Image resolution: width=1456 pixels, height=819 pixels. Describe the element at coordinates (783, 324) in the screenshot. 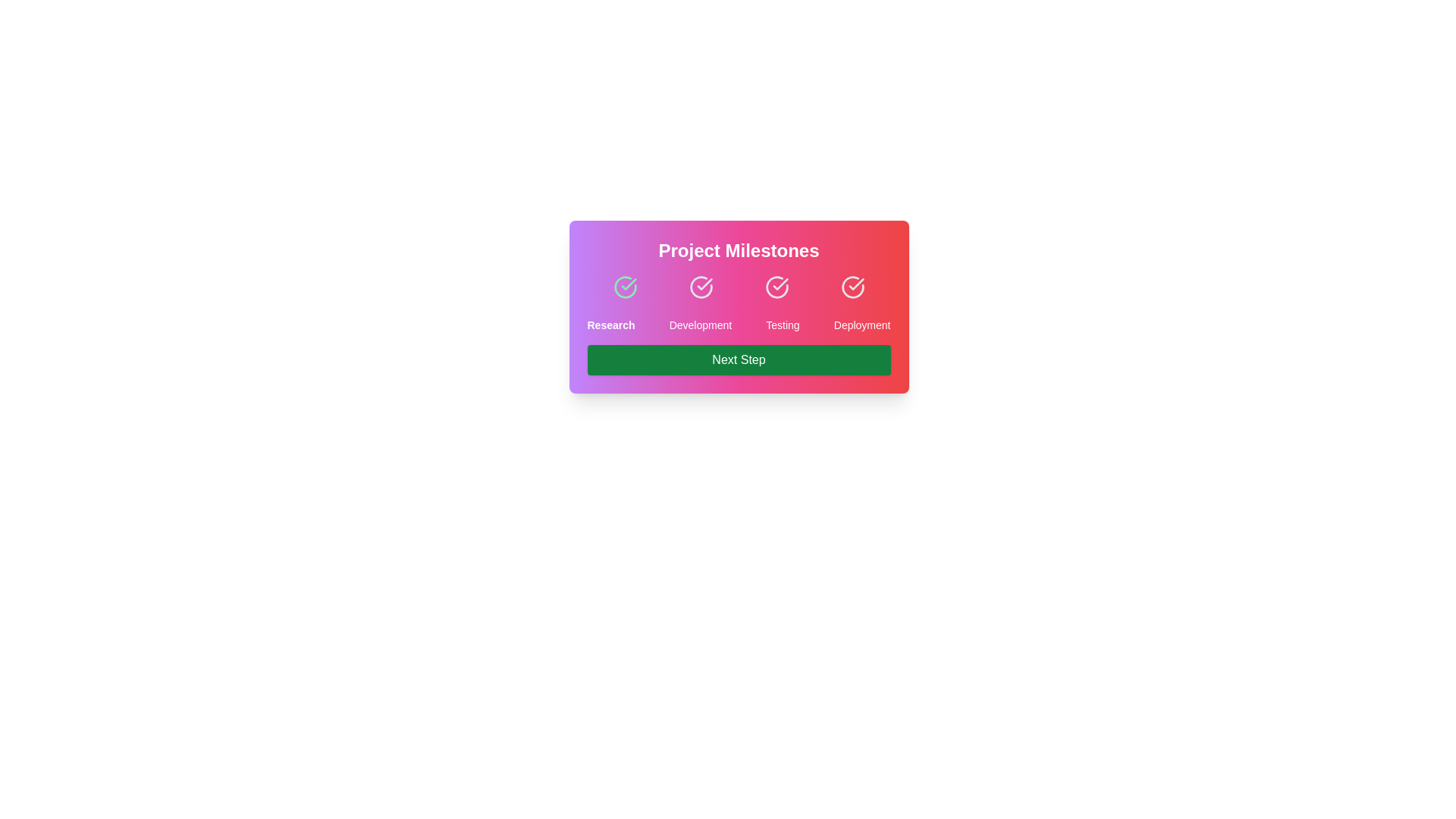

I see `the static text label displaying 'Testing' with a pink background and white text, which is the third label in a horizontal sequence` at that location.